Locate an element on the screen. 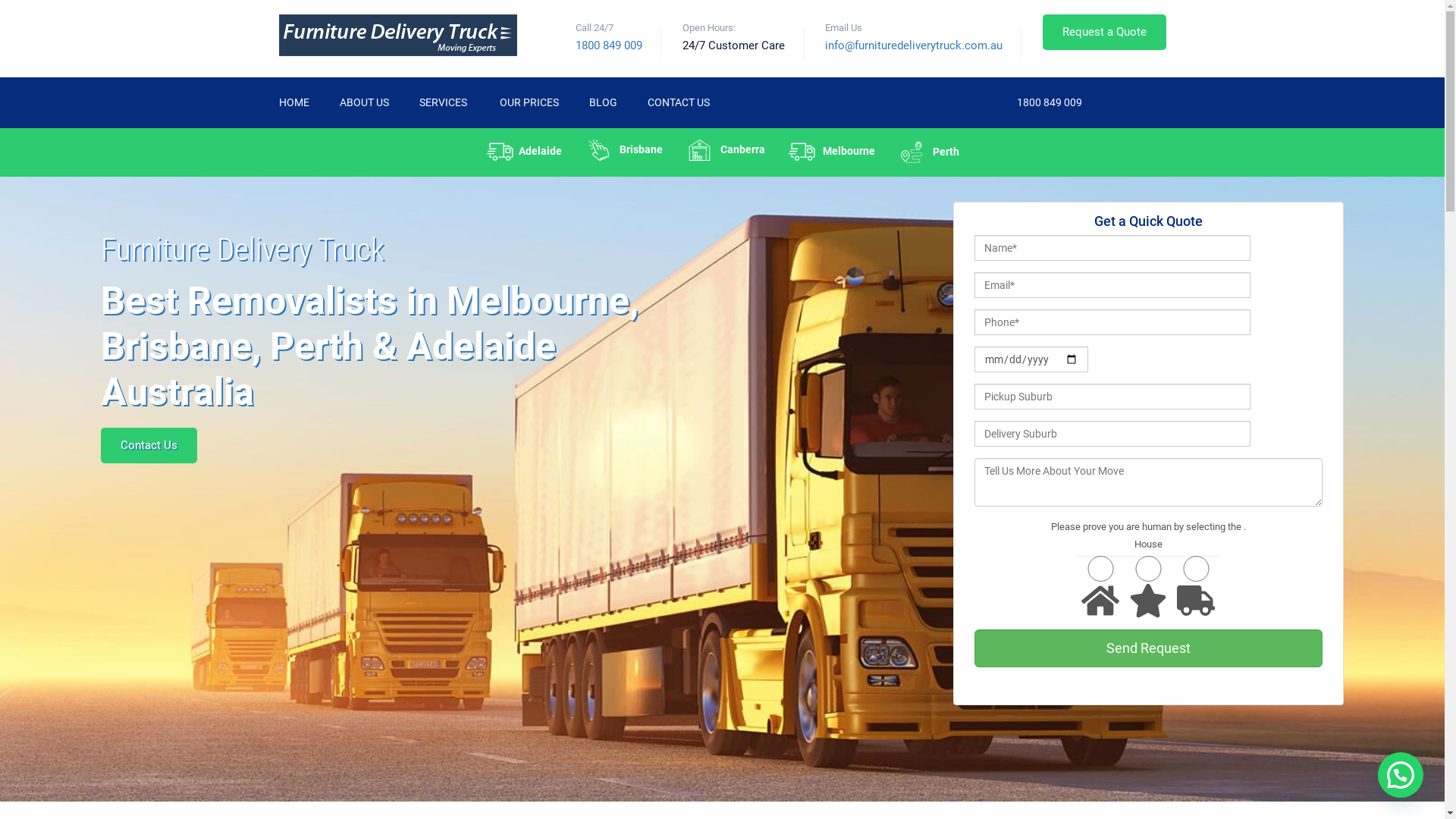 This screenshot has width=1456, height=819. 'Send Request' is located at coordinates (1147, 648).